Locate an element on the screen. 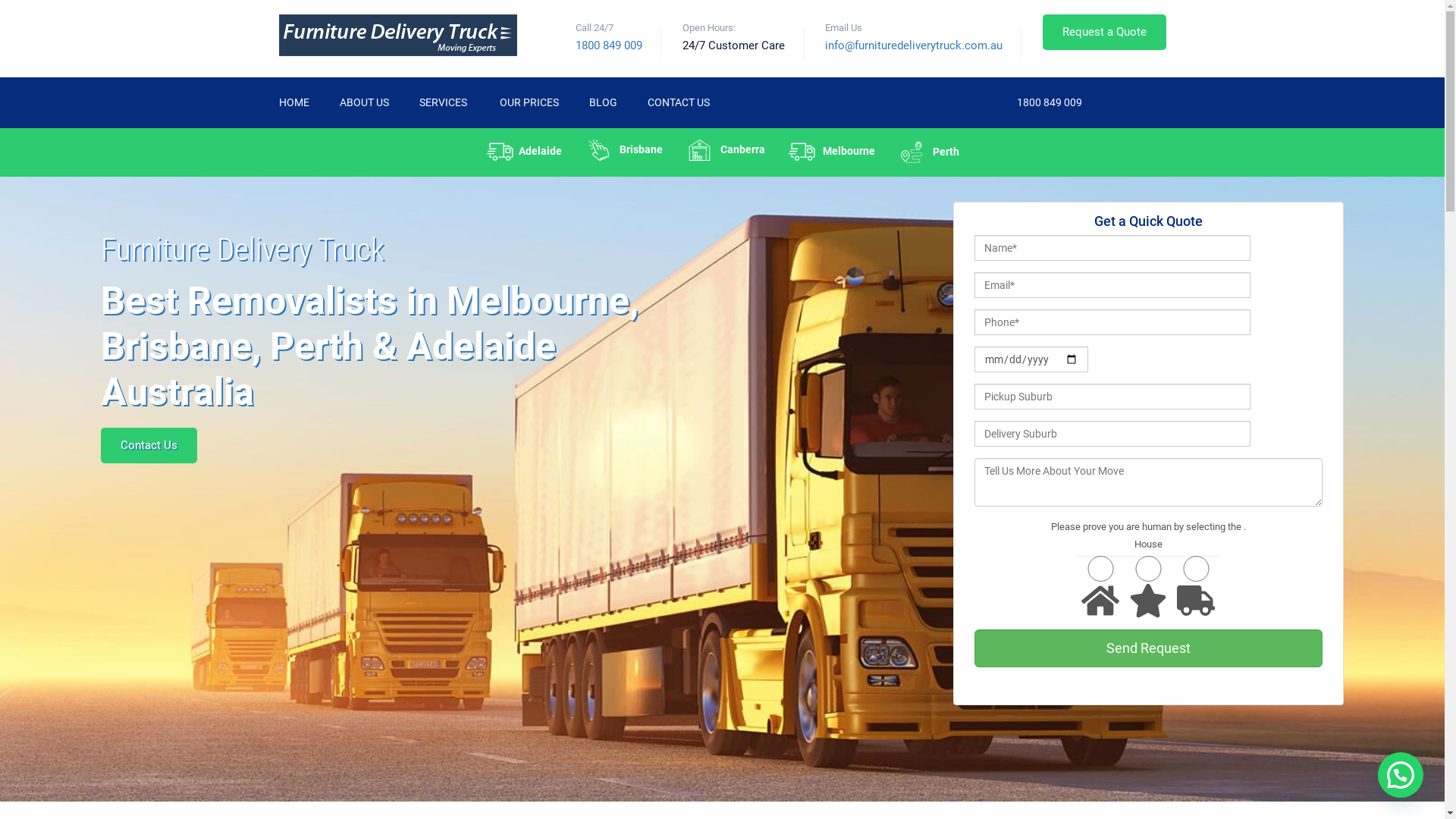 This screenshot has width=1456, height=819. 'Send Request' is located at coordinates (1147, 648).